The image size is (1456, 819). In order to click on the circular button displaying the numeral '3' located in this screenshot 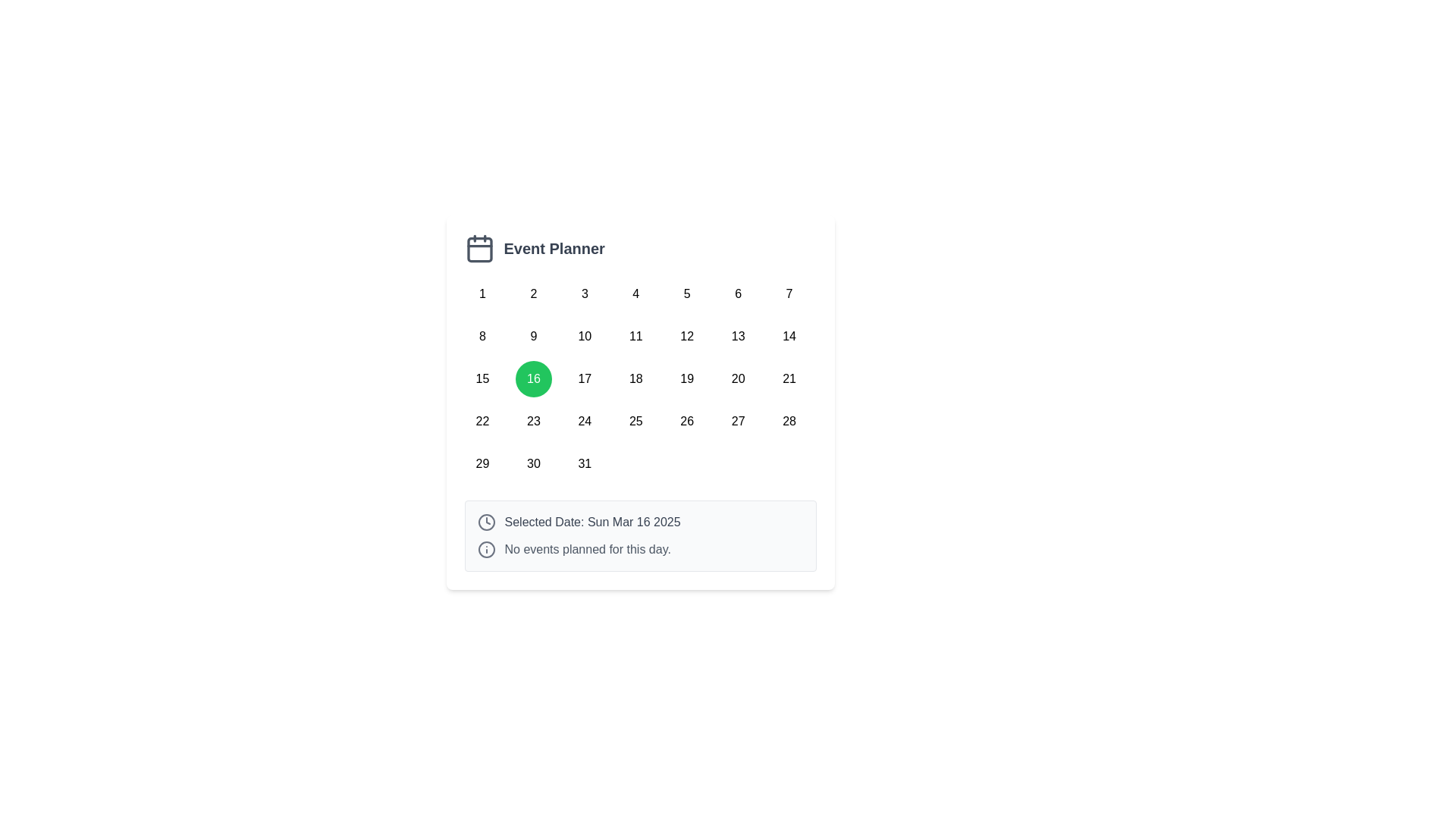, I will do `click(584, 294)`.